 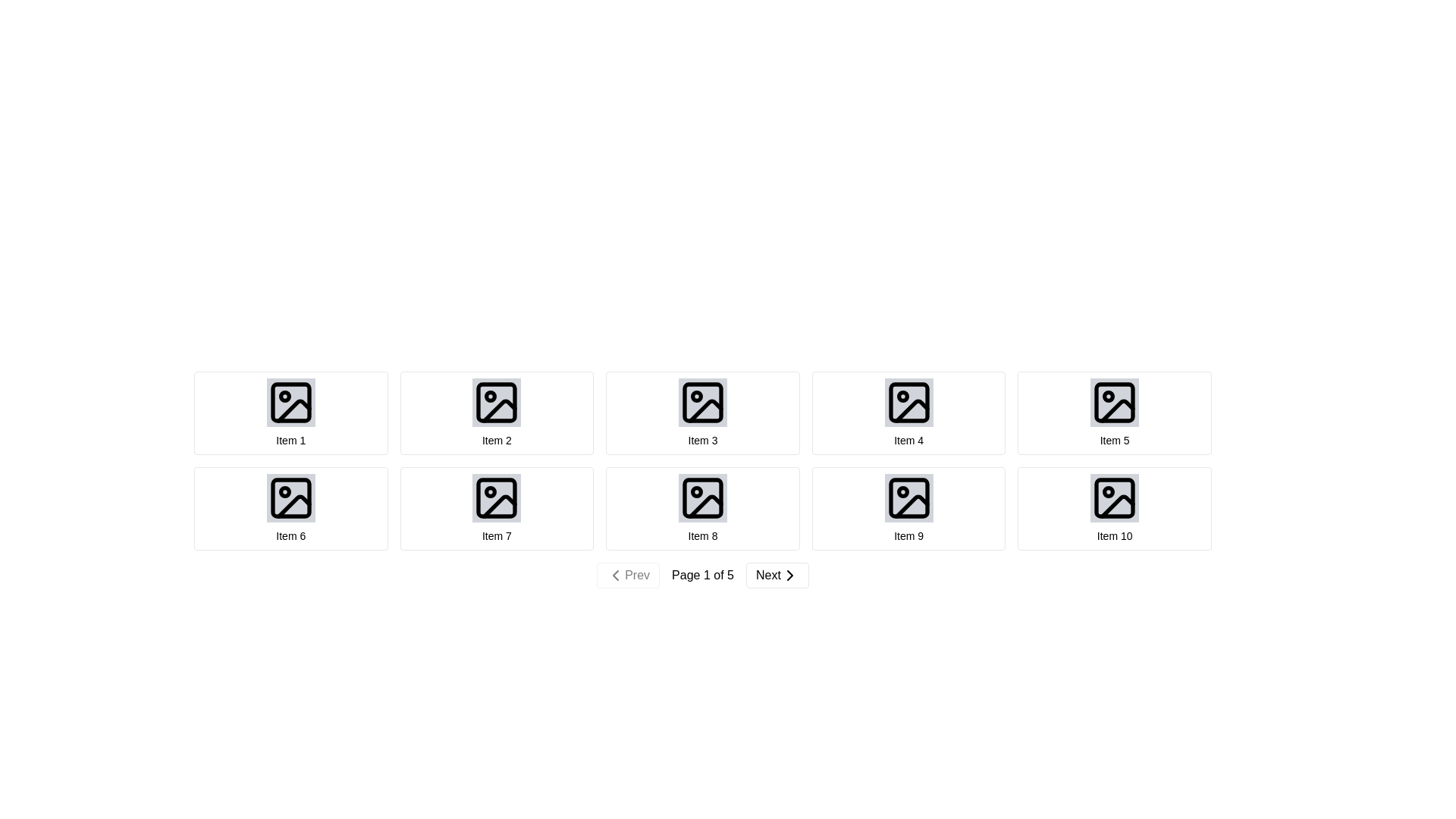 I want to click on the small square with rounded corners styled in a dark color, which is centered within the ninth icon in the grid representing an image frame, so click(x=908, y=497).